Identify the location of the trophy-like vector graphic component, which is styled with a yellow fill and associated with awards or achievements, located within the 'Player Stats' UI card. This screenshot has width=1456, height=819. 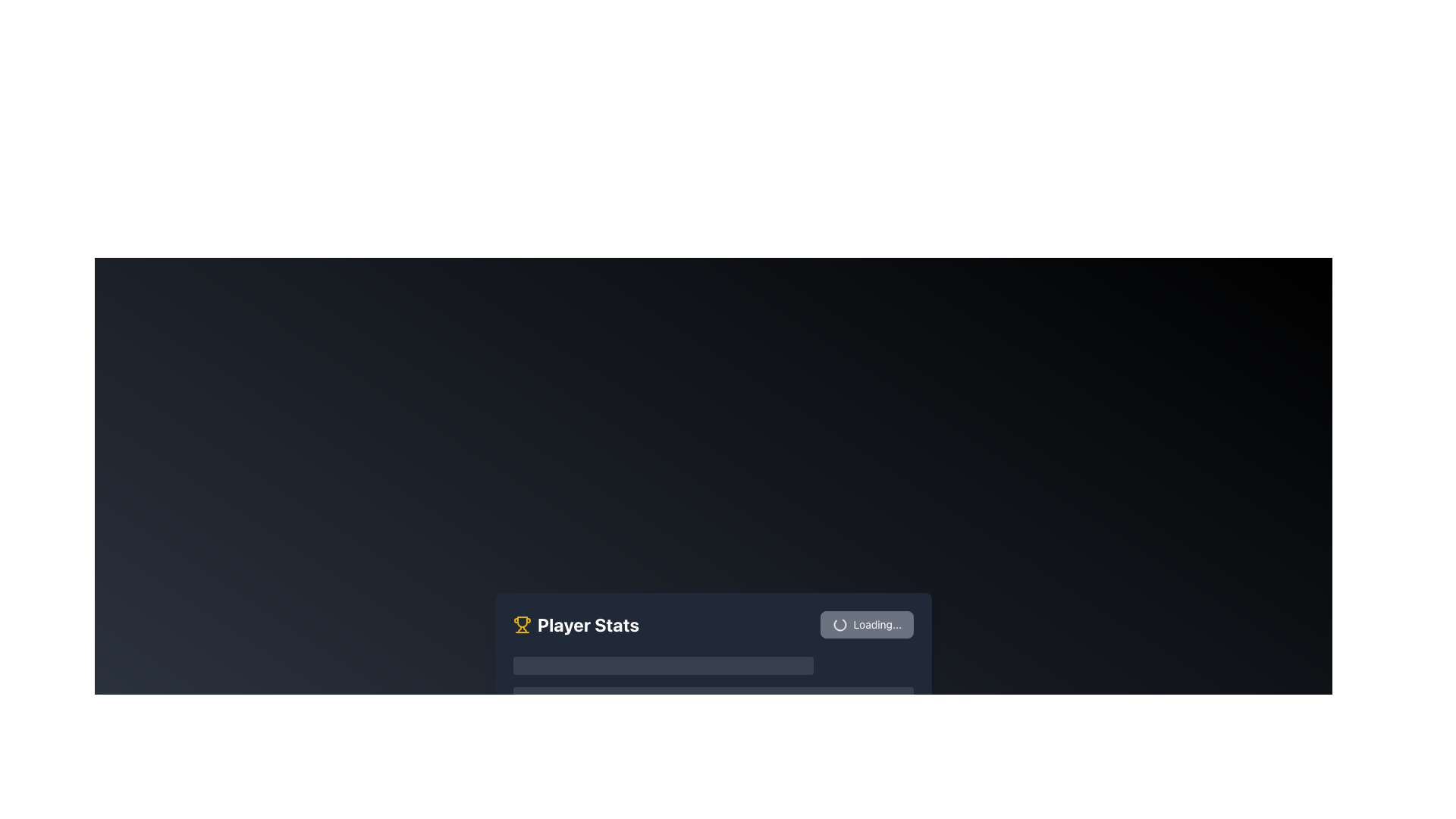
(522, 622).